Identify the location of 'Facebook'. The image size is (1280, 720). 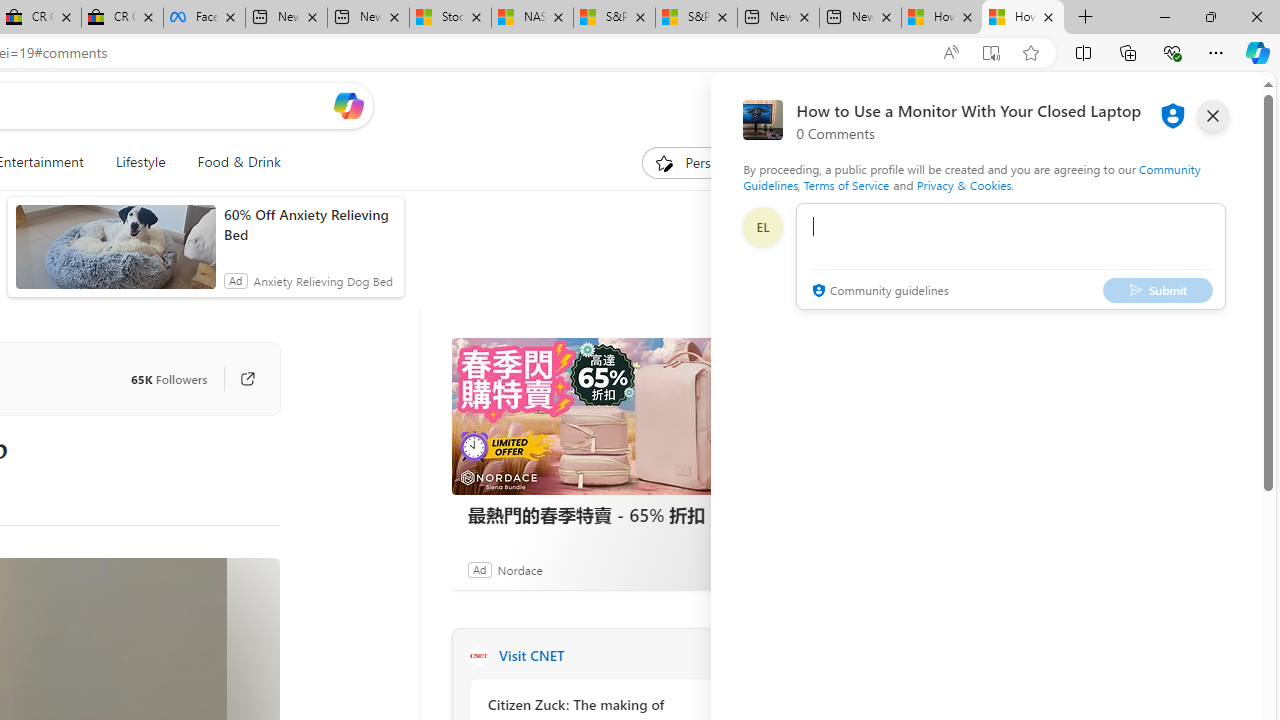
(204, 17).